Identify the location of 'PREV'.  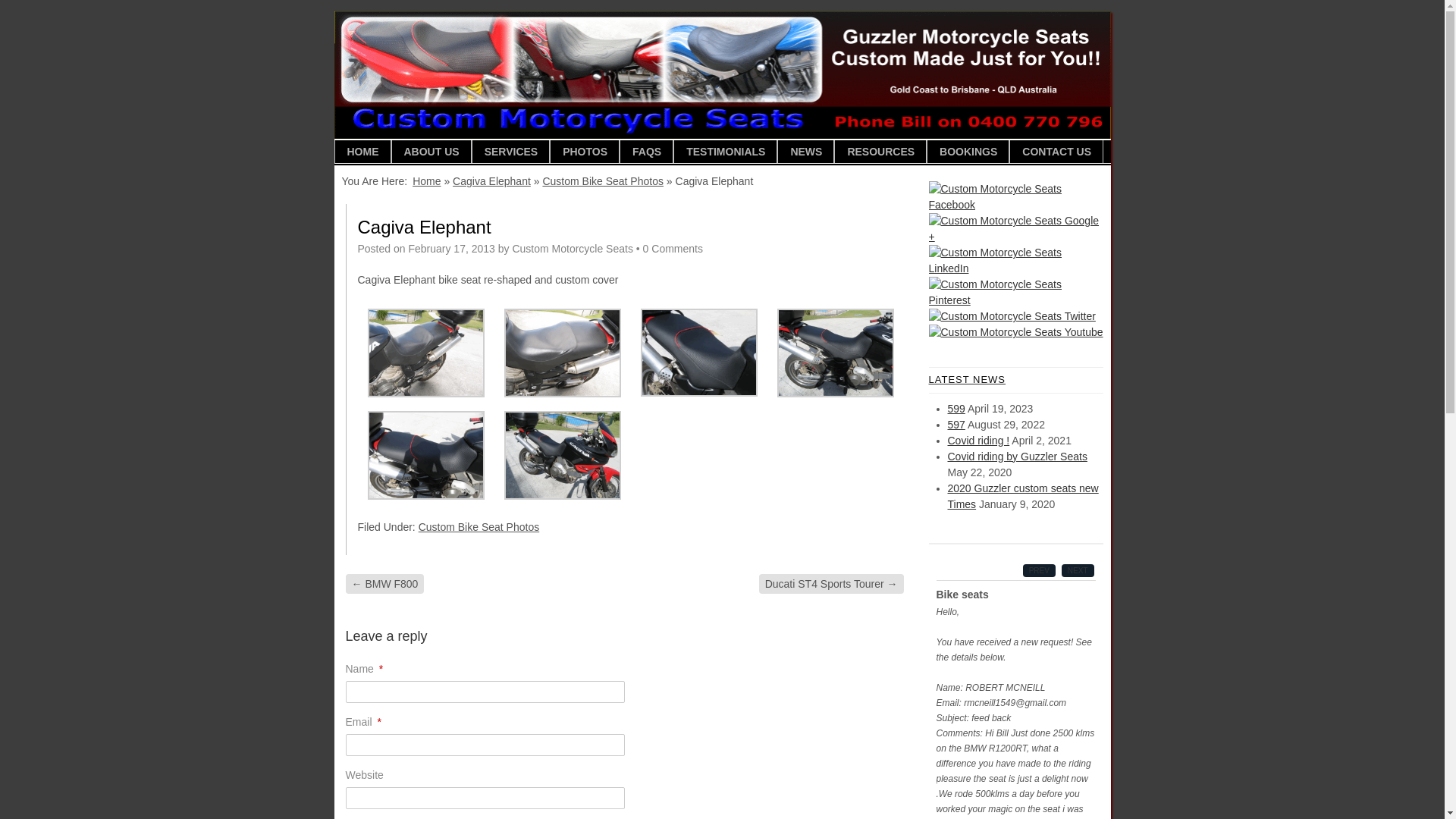
(1038, 570).